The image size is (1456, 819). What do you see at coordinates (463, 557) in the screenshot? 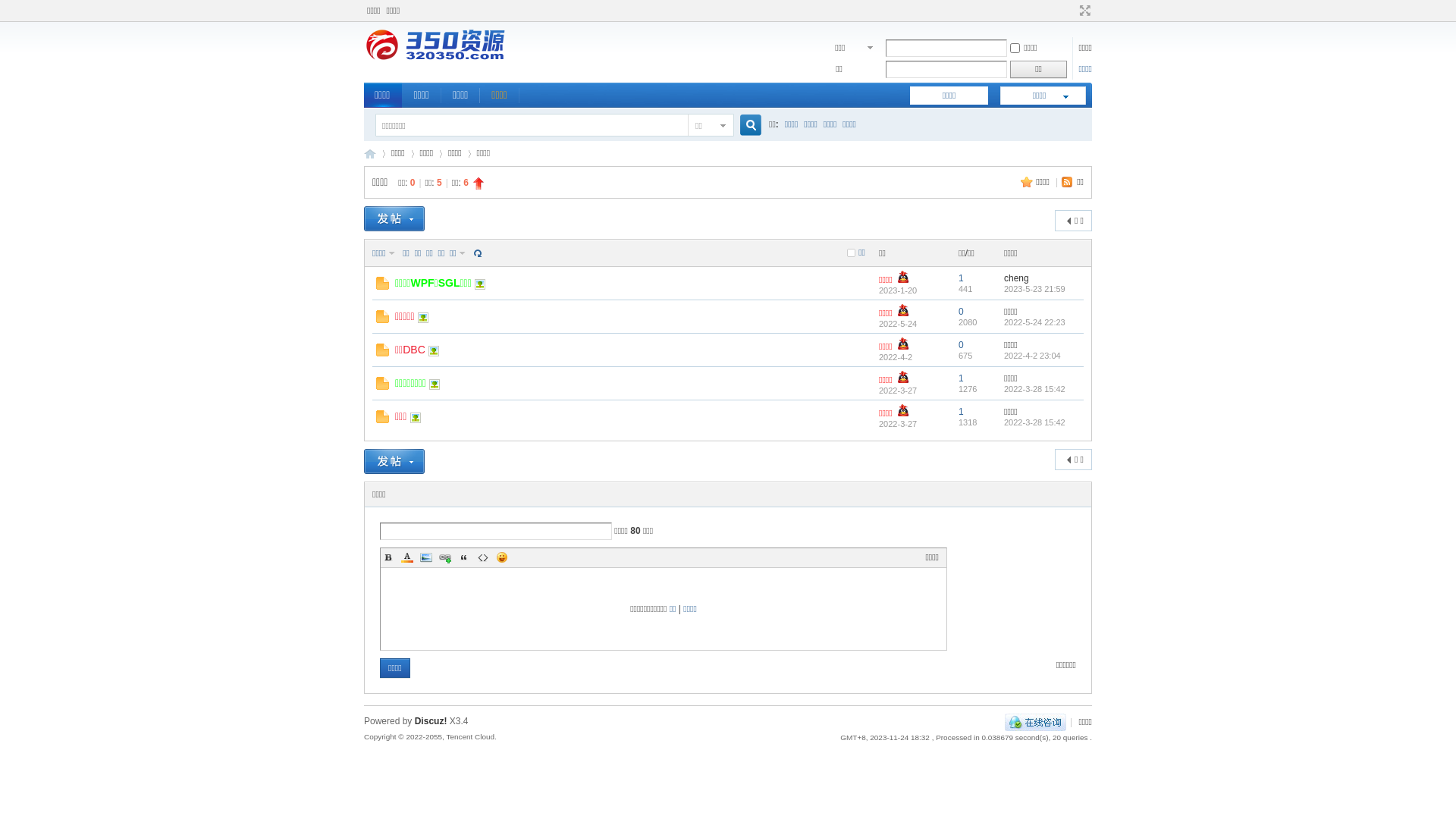
I see `'Quote'` at bounding box center [463, 557].